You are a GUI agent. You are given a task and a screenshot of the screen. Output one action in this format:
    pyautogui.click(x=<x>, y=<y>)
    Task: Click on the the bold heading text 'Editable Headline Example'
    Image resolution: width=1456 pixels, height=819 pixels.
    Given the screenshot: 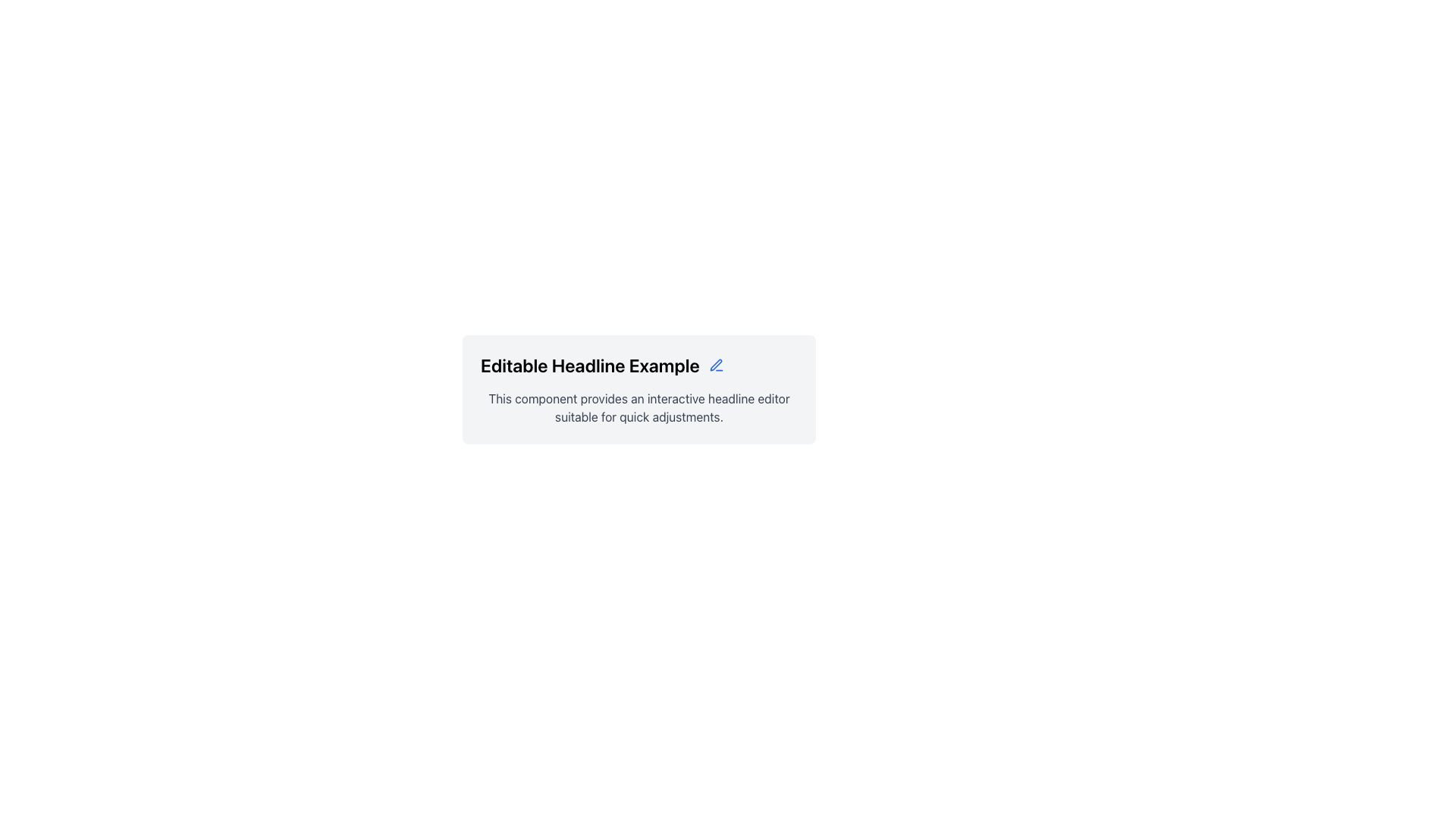 What is the action you would take?
    pyautogui.click(x=639, y=366)
    